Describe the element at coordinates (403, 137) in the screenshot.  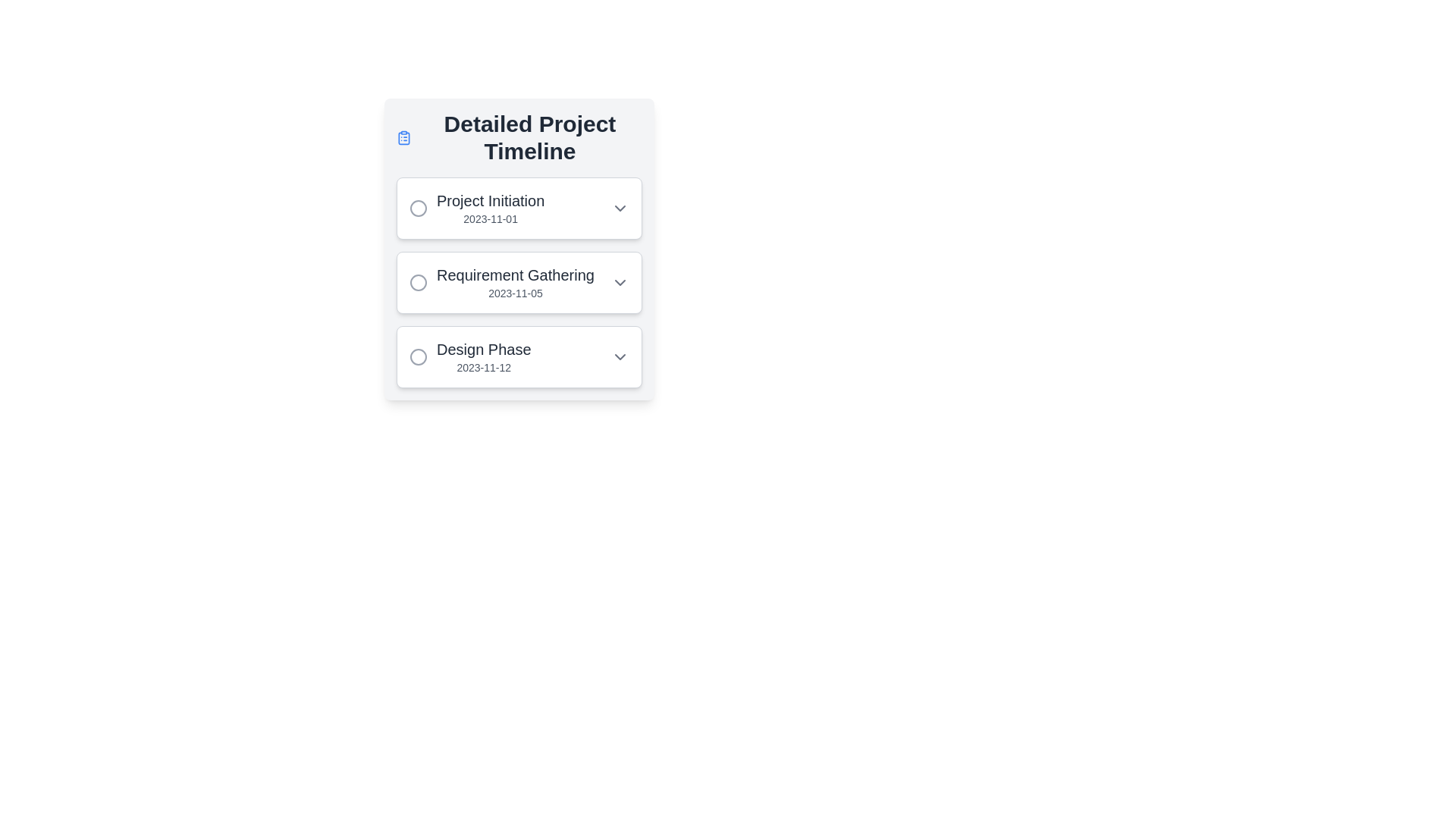
I see `the decorative icon representing tasks or projects in the 'Project Timeline' context, located to the left of the text 'Detailed Project Timeline'` at that location.